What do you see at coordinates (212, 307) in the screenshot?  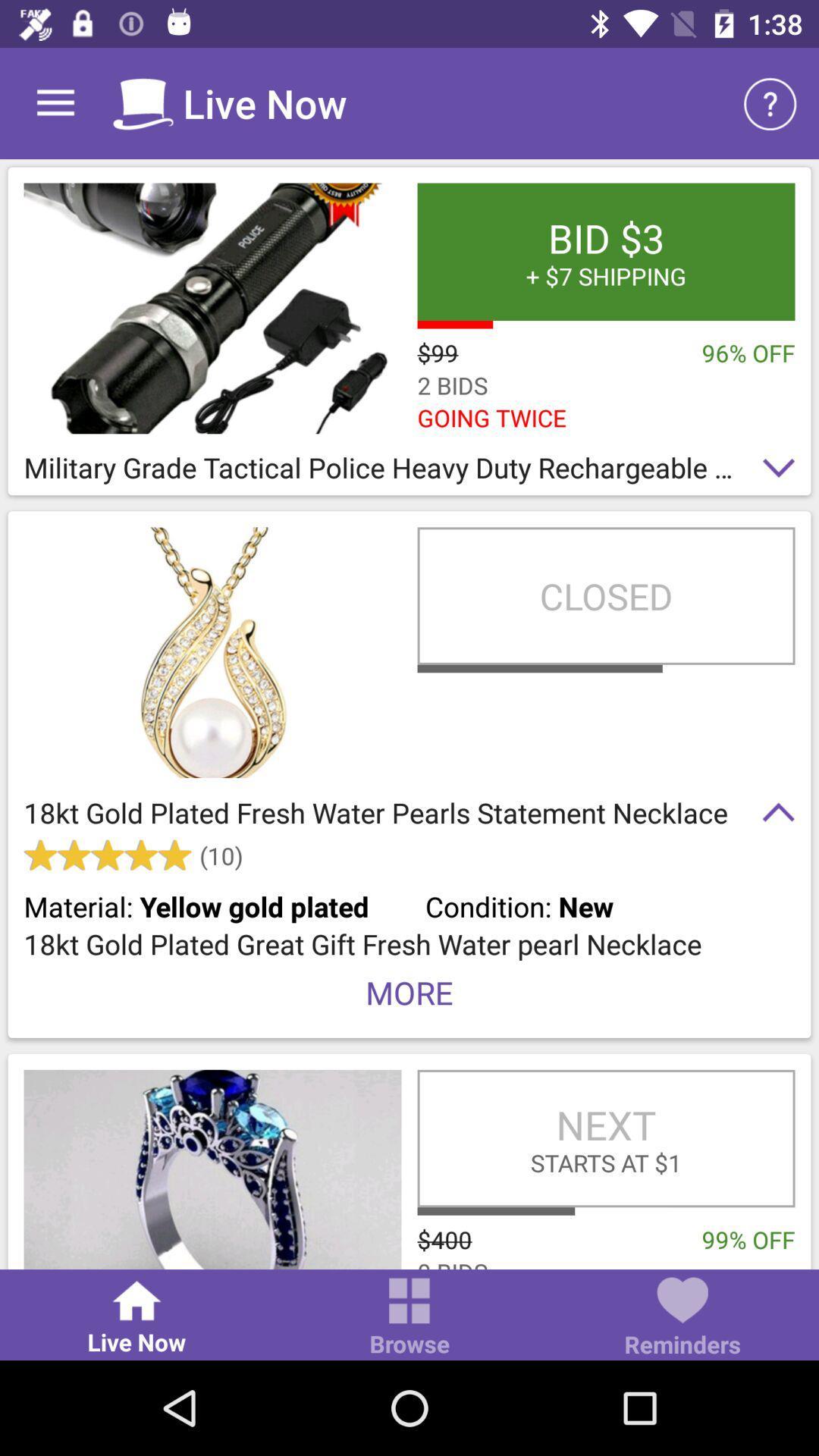 I see `illustrative product image` at bounding box center [212, 307].